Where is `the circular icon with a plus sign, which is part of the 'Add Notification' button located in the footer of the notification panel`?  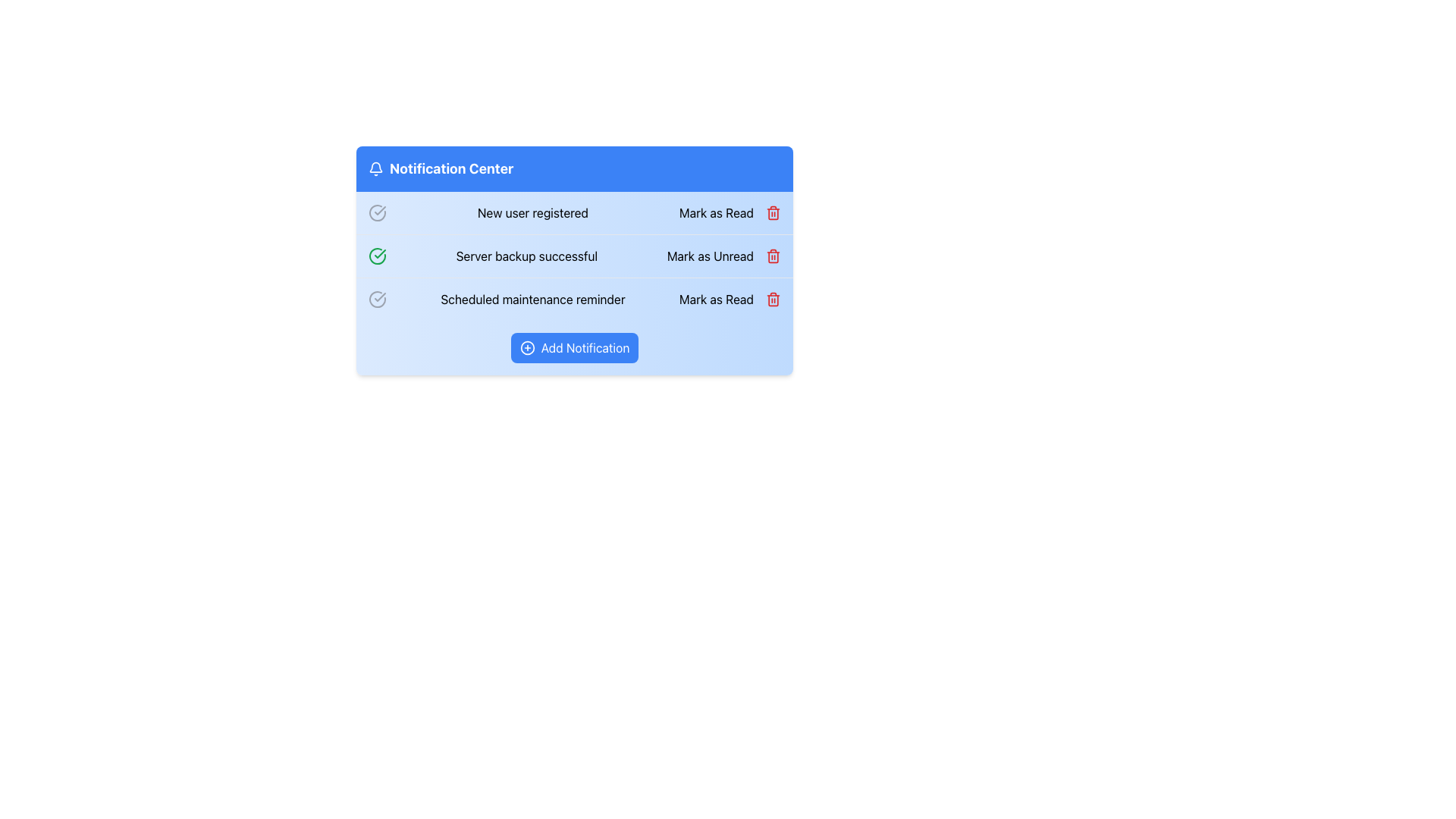
the circular icon with a plus sign, which is part of the 'Add Notification' button located in the footer of the notification panel is located at coordinates (527, 348).